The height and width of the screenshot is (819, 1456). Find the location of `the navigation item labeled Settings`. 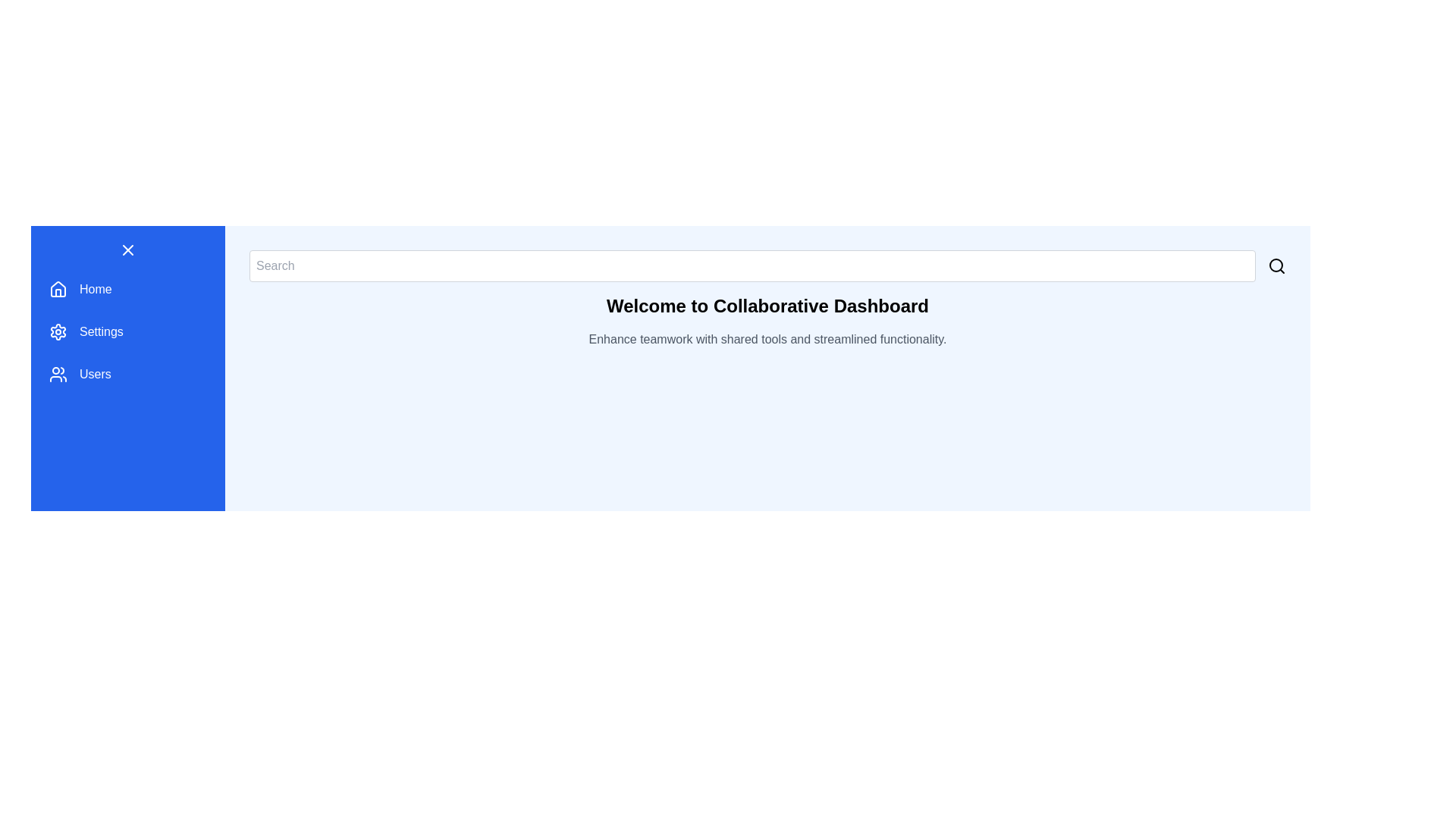

the navigation item labeled Settings is located at coordinates (127, 331).